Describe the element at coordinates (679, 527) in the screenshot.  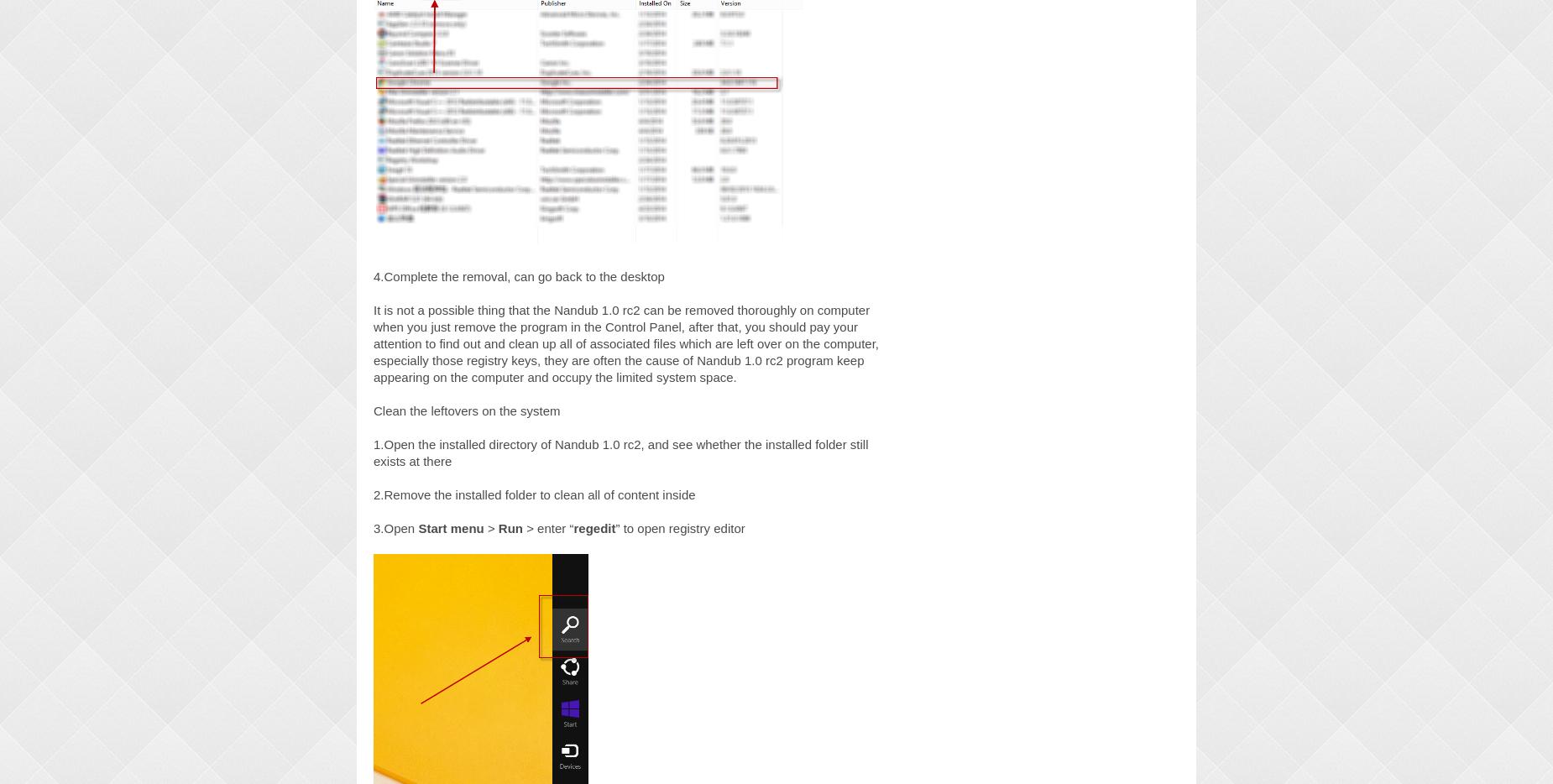
I see `'” to open registry editor'` at that location.